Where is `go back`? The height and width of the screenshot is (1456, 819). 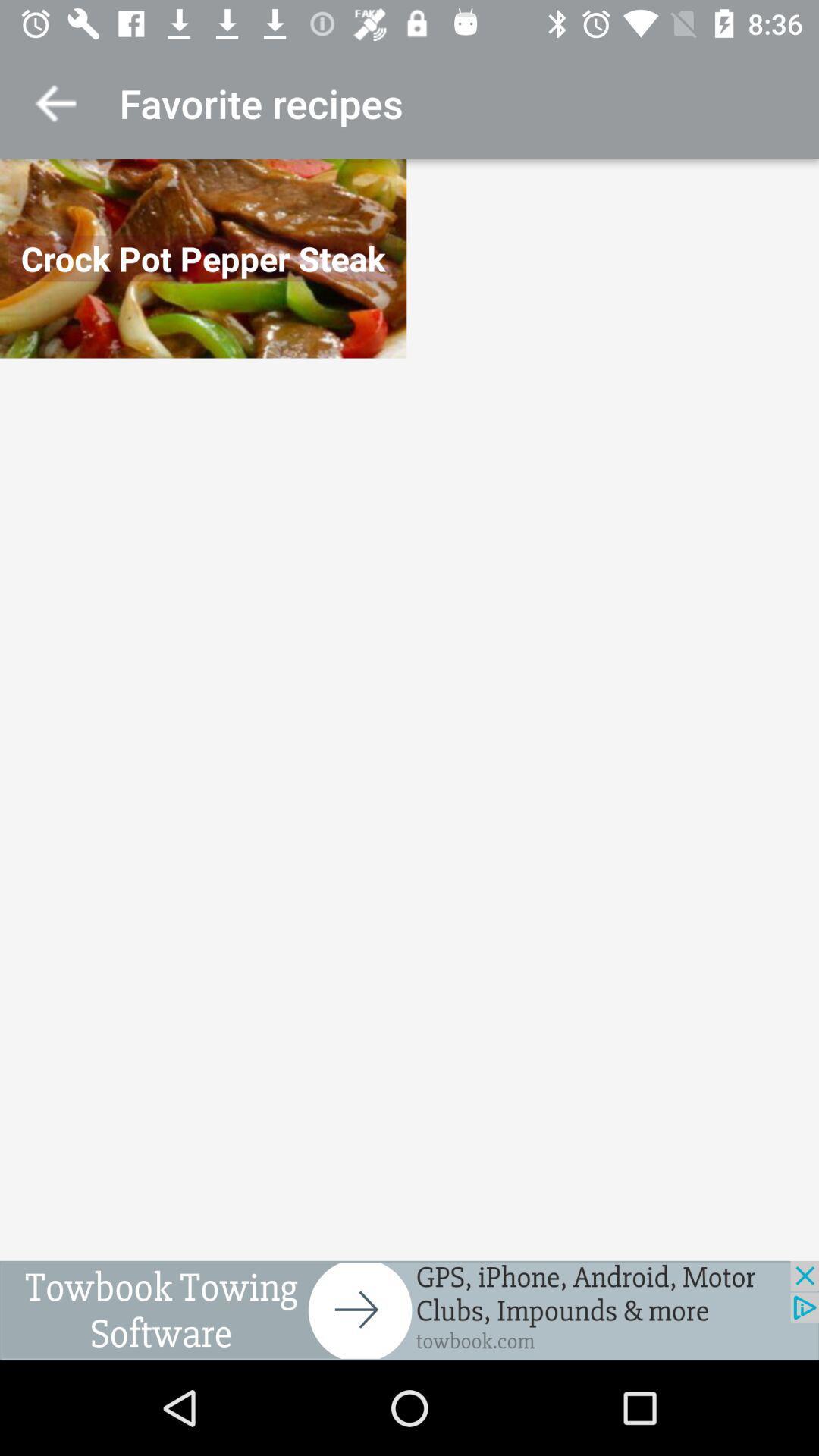 go back is located at coordinates (55, 102).